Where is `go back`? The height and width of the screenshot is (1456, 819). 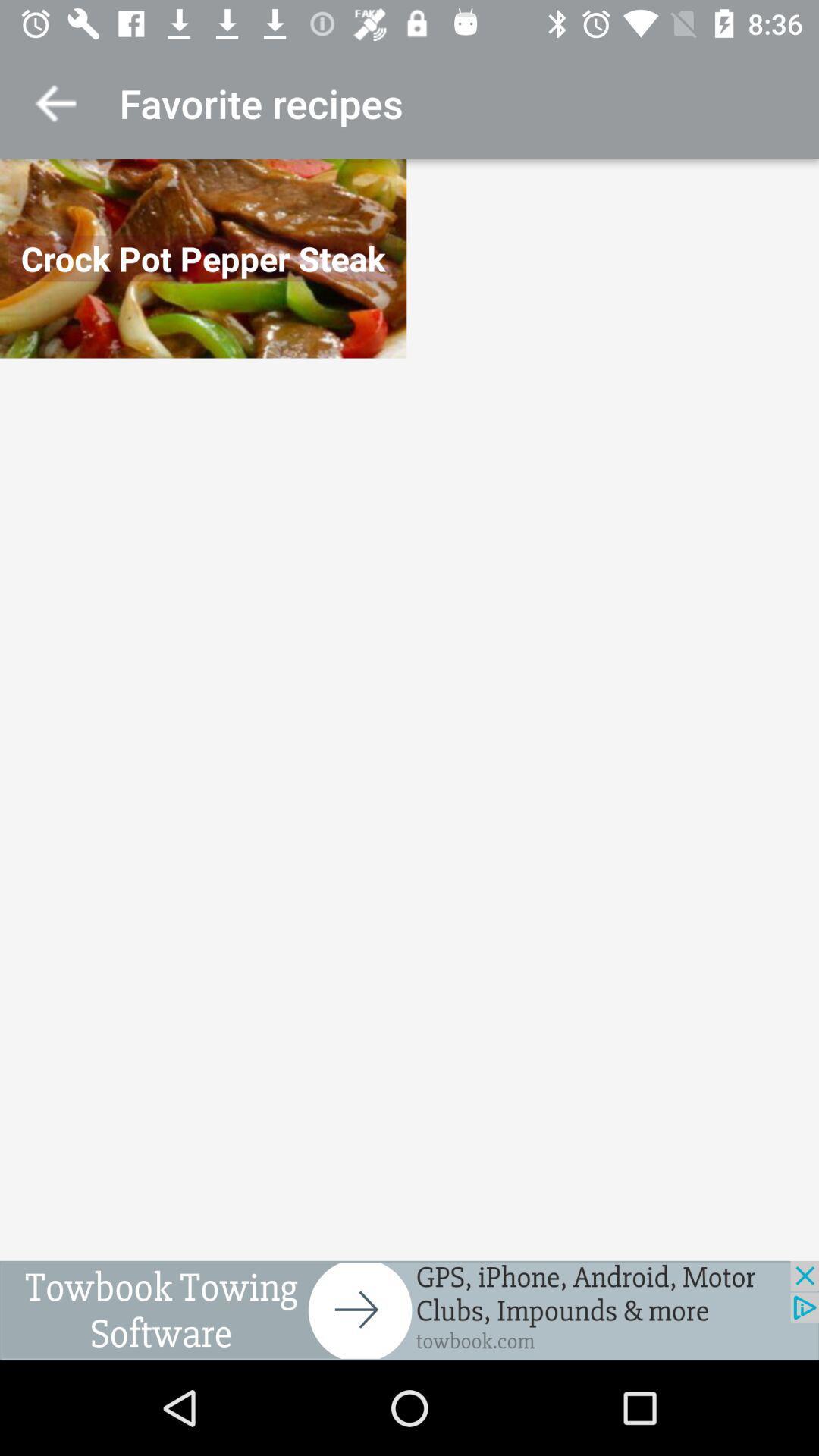 go back is located at coordinates (55, 102).